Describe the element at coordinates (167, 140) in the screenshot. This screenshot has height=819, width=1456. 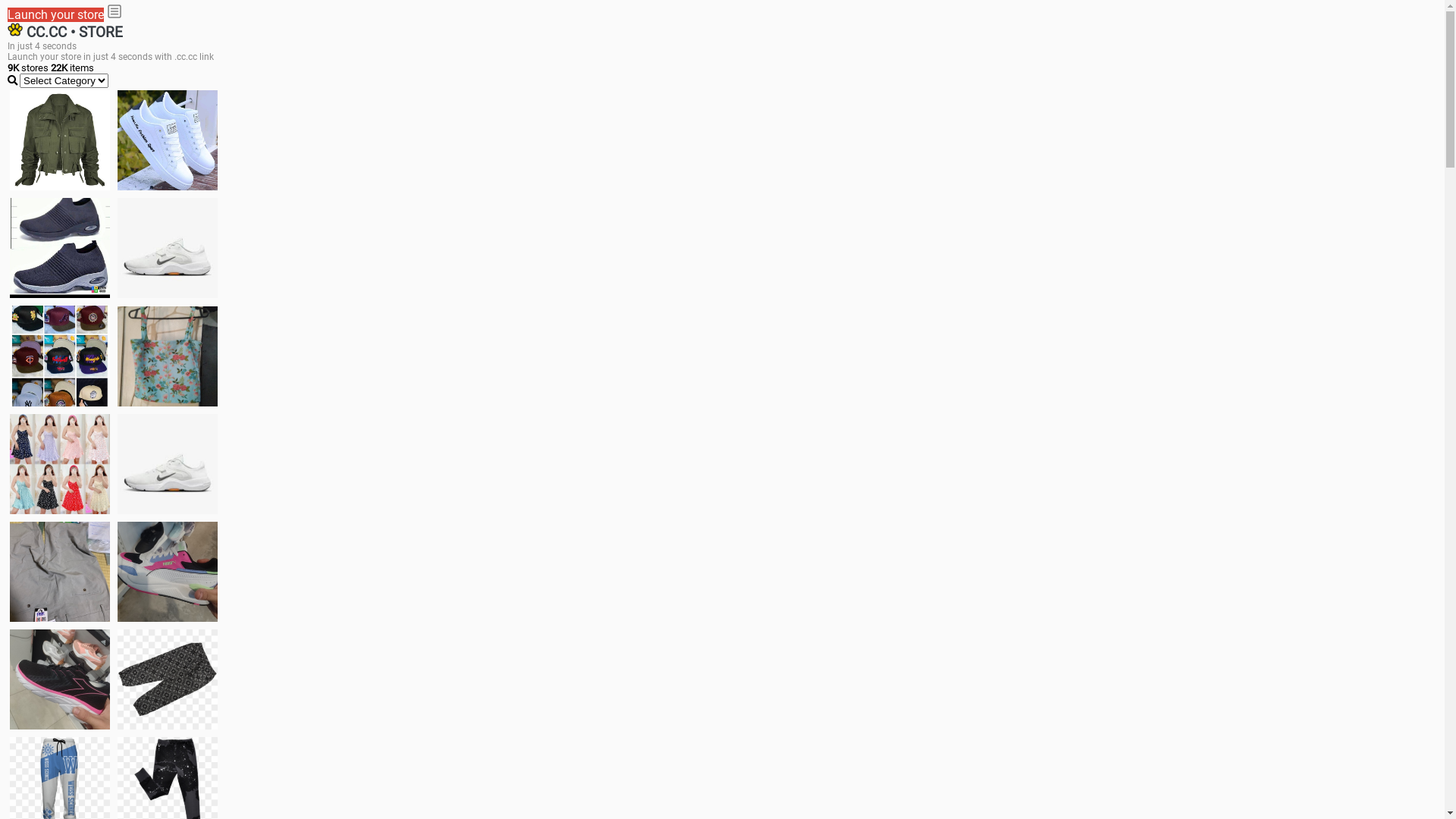
I see `'white shoes'` at that location.